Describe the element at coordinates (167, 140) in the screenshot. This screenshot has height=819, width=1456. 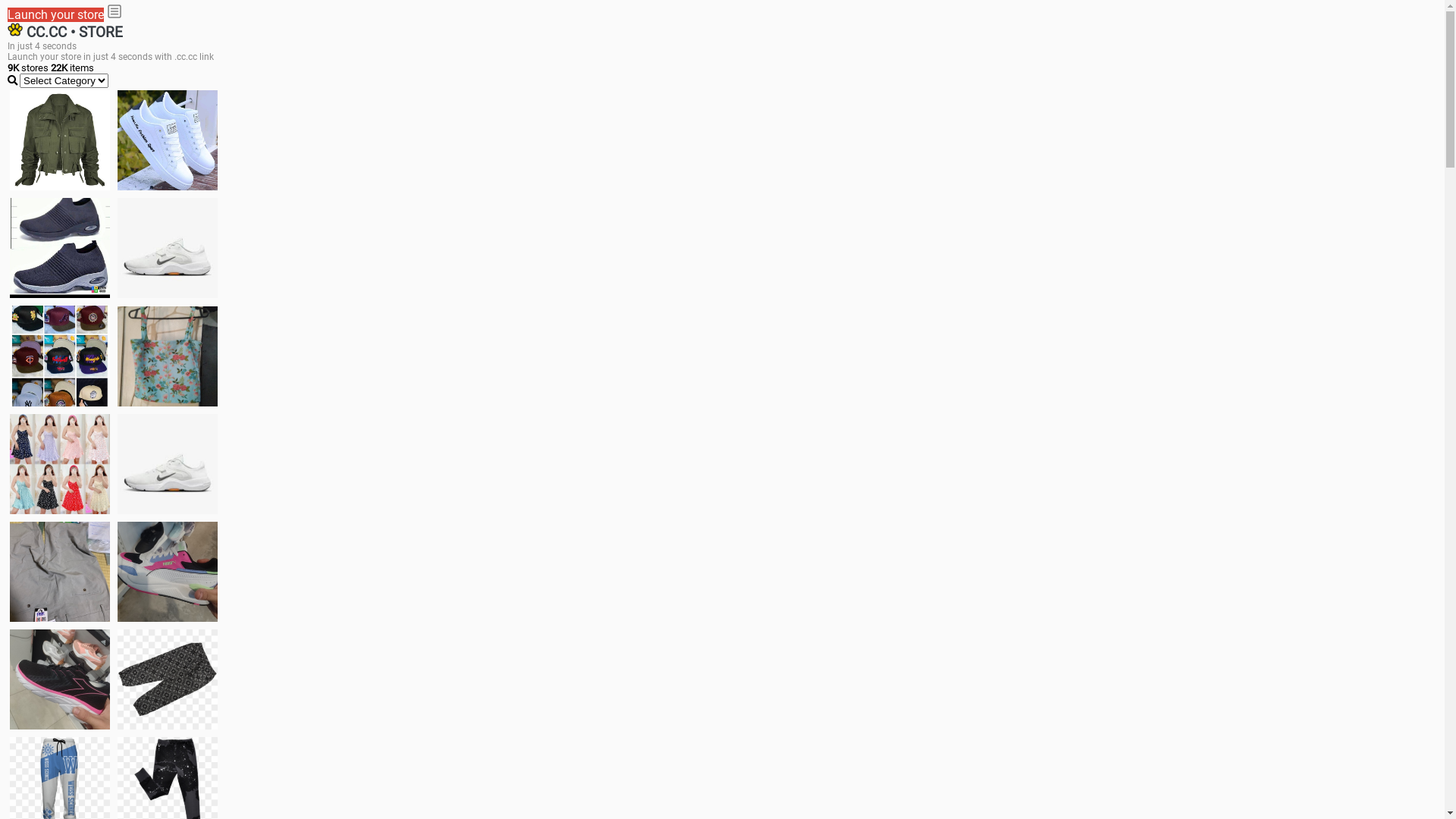
I see `'white shoes'` at that location.